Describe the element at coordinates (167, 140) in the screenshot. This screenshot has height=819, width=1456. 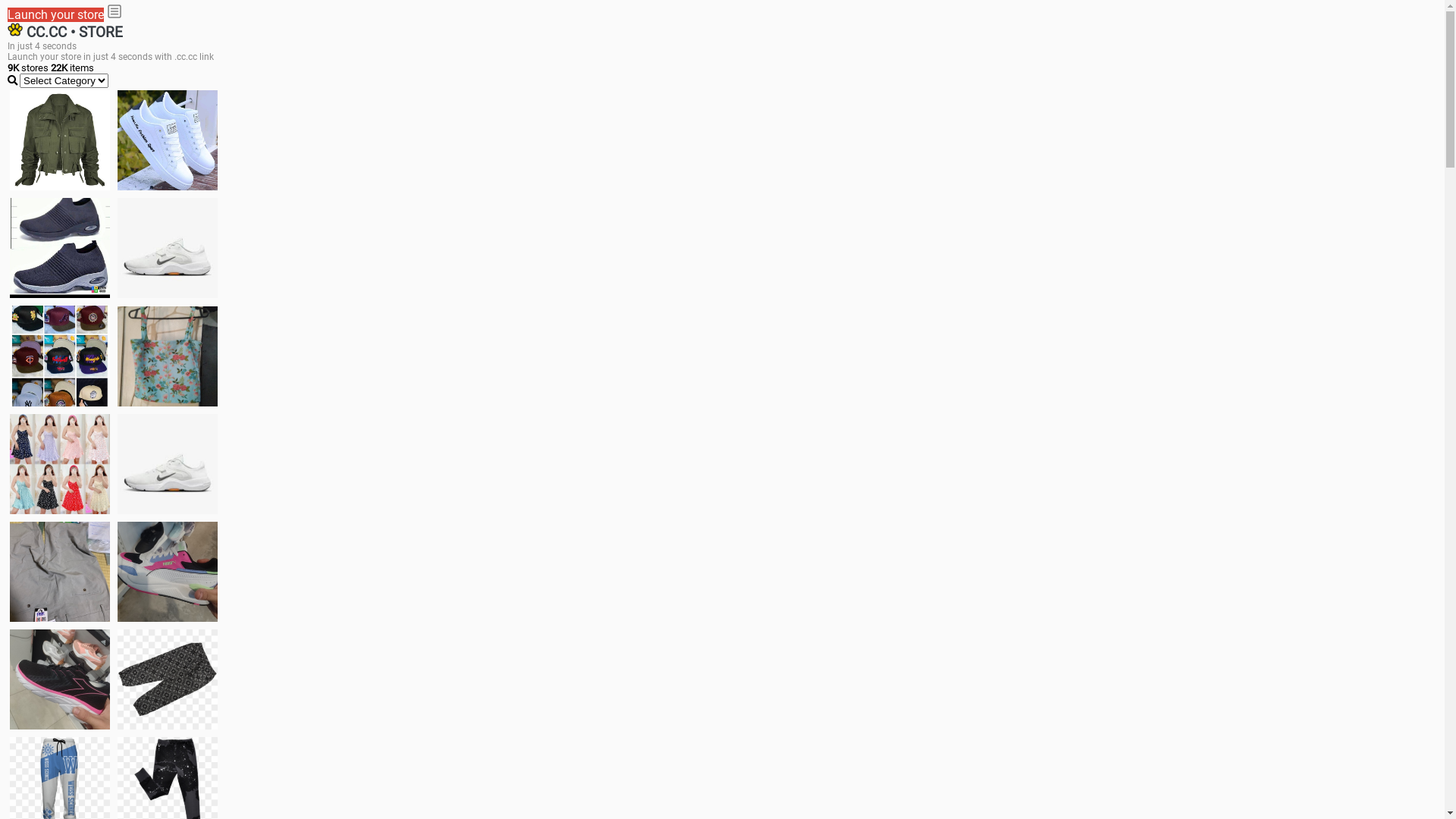
I see `'white shoes'` at that location.